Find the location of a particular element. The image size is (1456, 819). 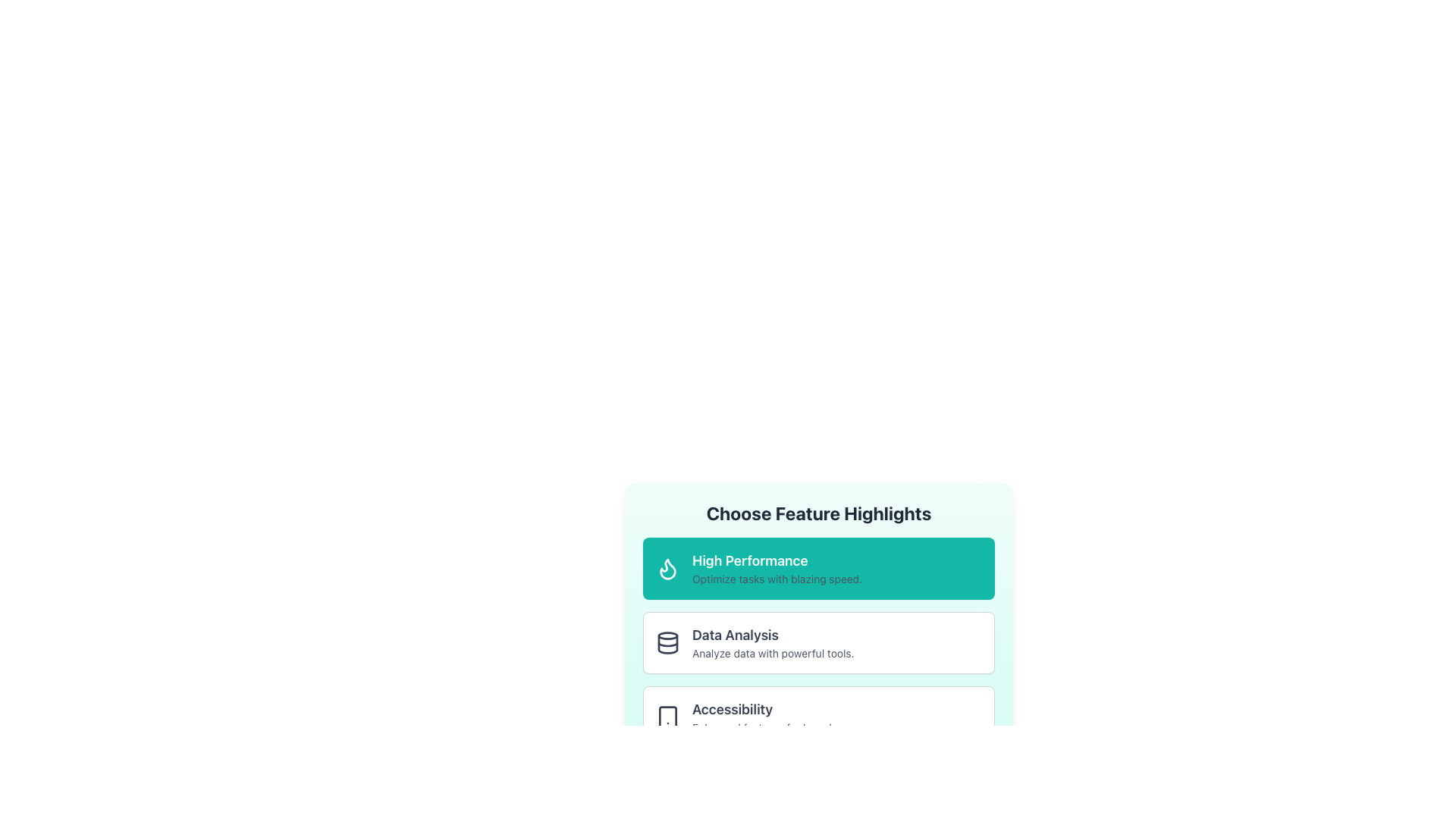

text label that displays 'Optimize tasks with blazing speed.' positioned under the 'High Performance' heading in a teal-colored rectangular area is located at coordinates (777, 579).